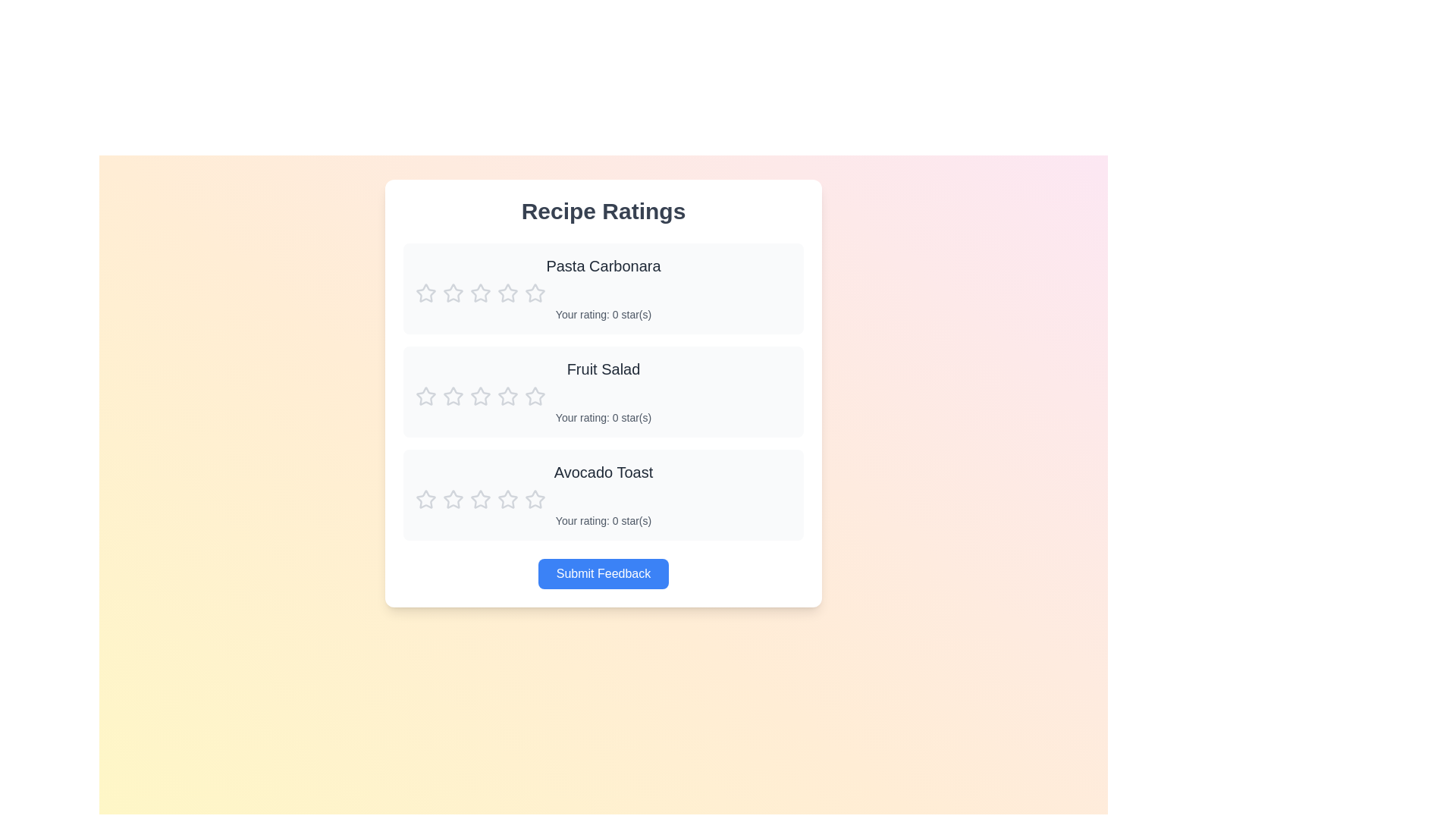 The height and width of the screenshot is (819, 1456). Describe the element at coordinates (425, 396) in the screenshot. I see `the first star icon in the rating component under the section titled 'Fruit Salad'` at that location.